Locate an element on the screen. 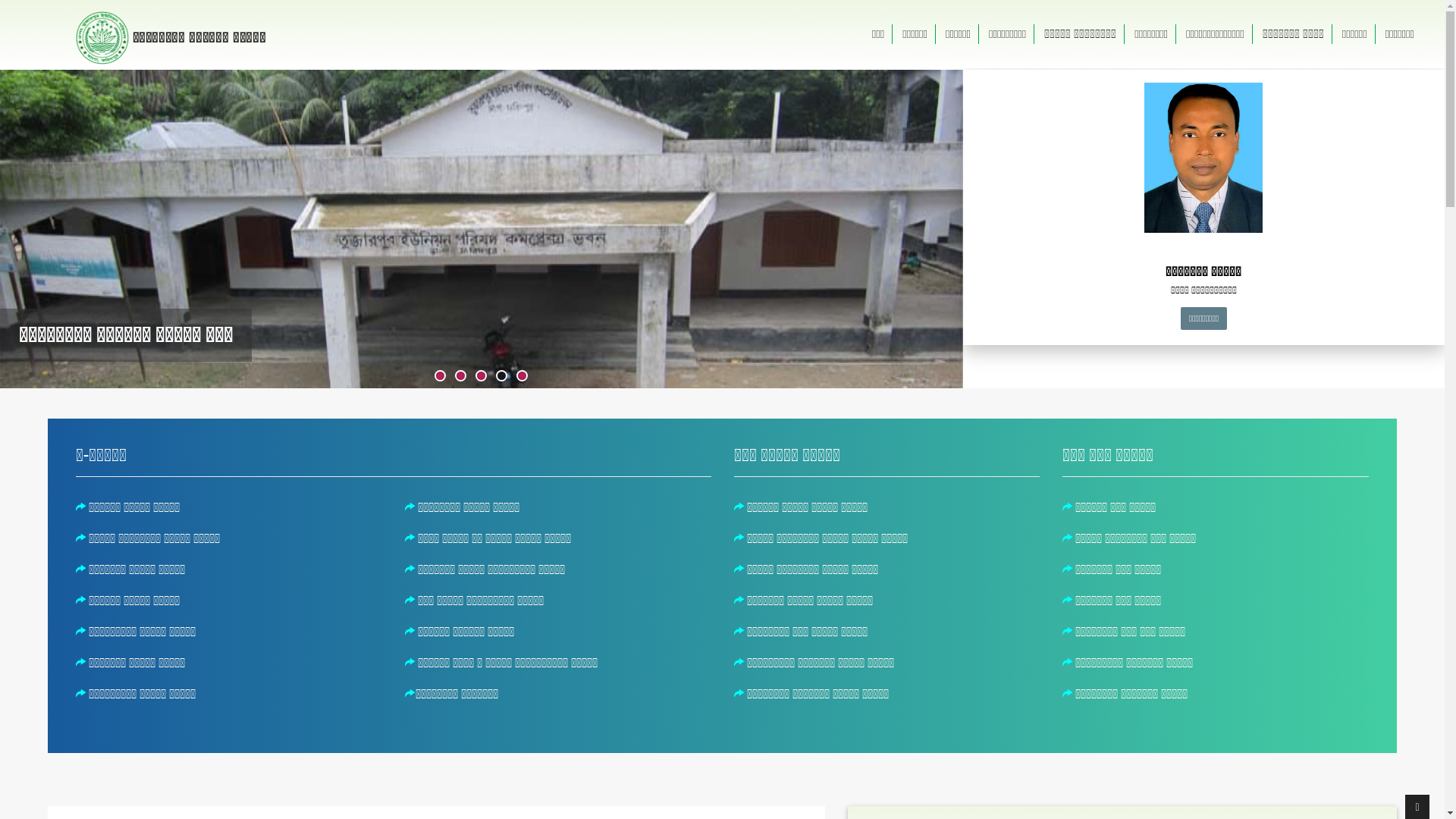 The image size is (1456, 819). '4' is located at coordinates (497, 375).